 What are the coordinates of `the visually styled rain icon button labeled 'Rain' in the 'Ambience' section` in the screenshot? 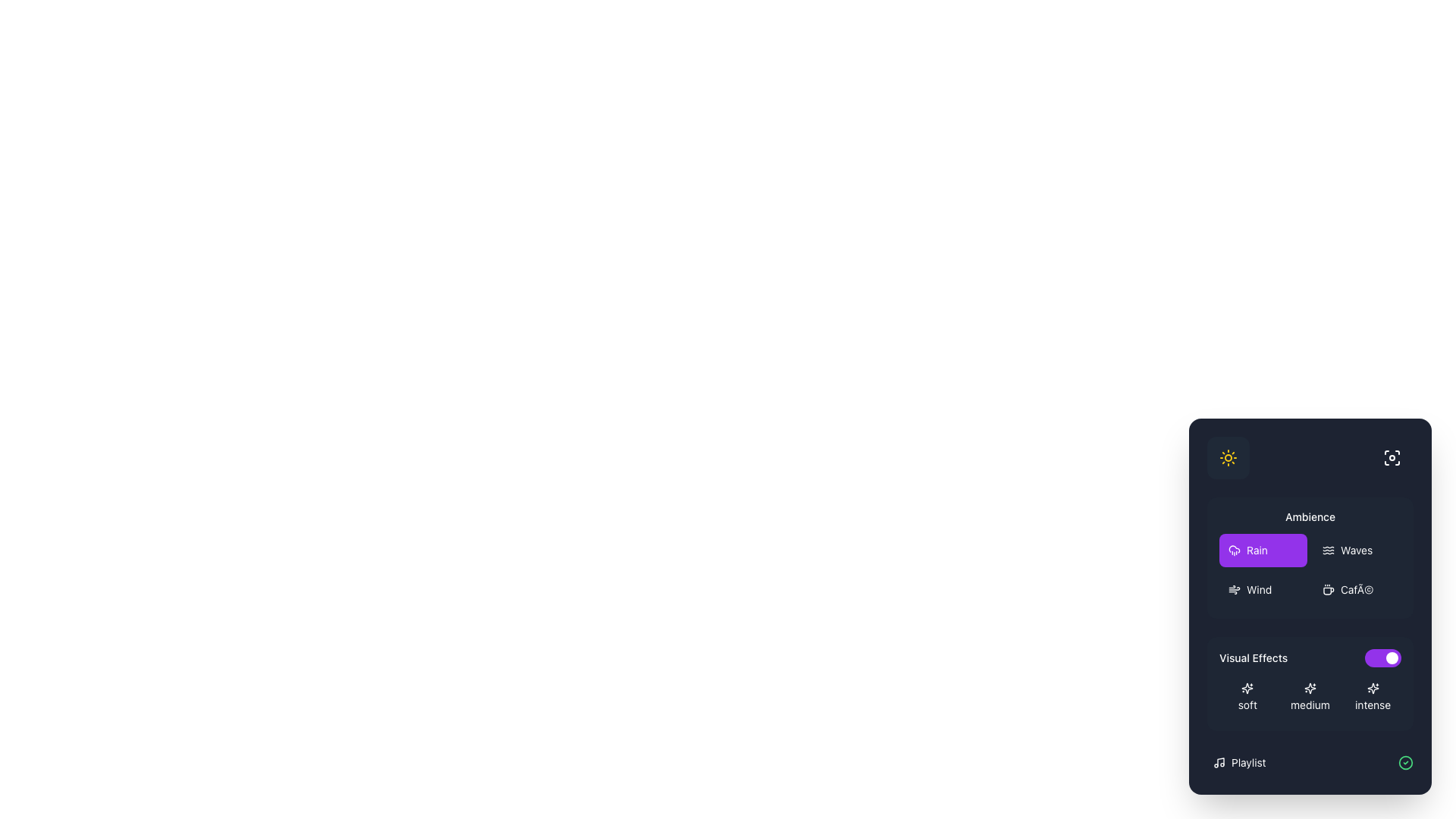 It's located at (1234, 549).